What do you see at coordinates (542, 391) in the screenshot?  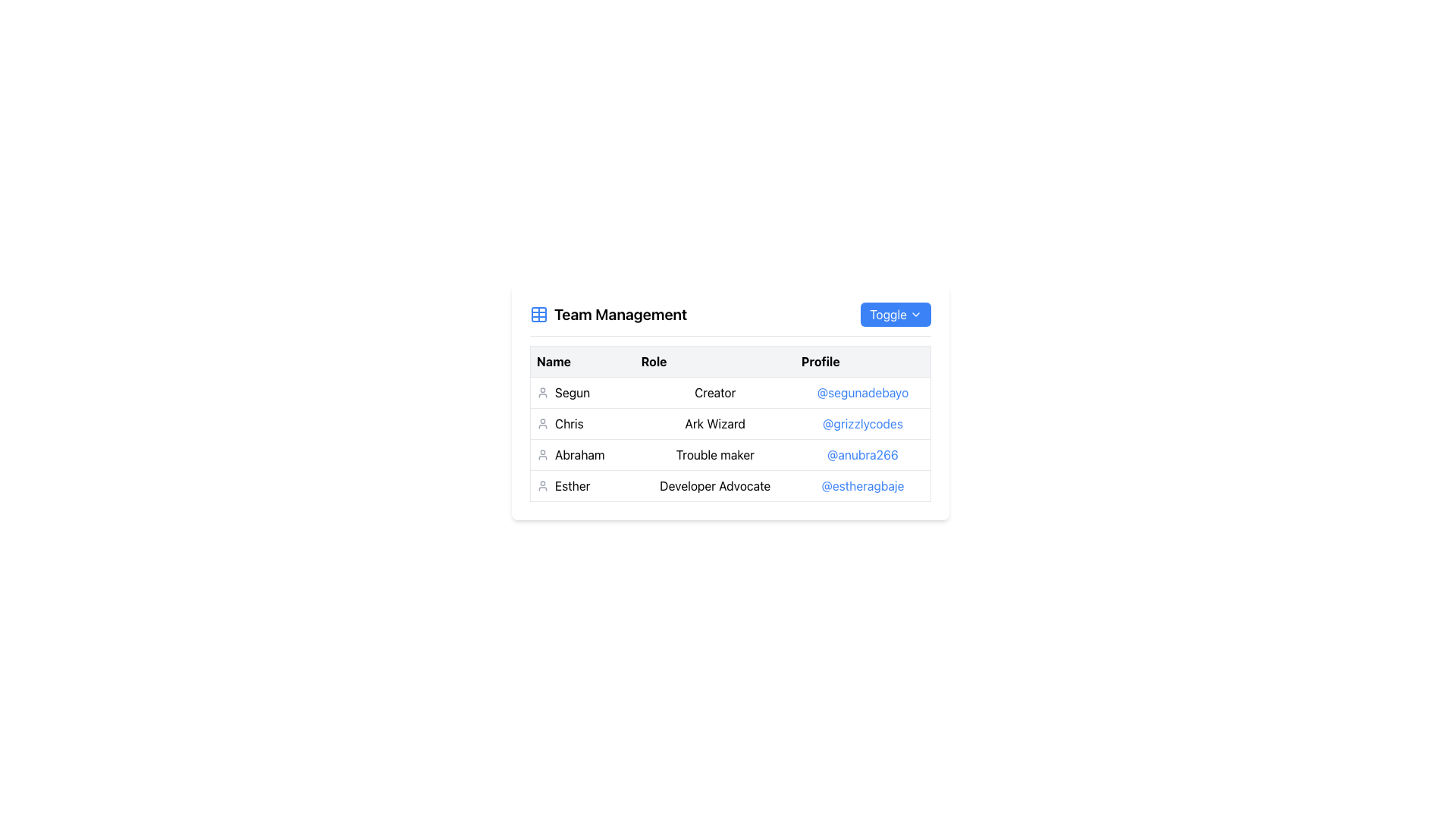 I see `the user icon representing 'Segun' in the 'Team Management' table to interact with it` at bounding box center [542, 391].